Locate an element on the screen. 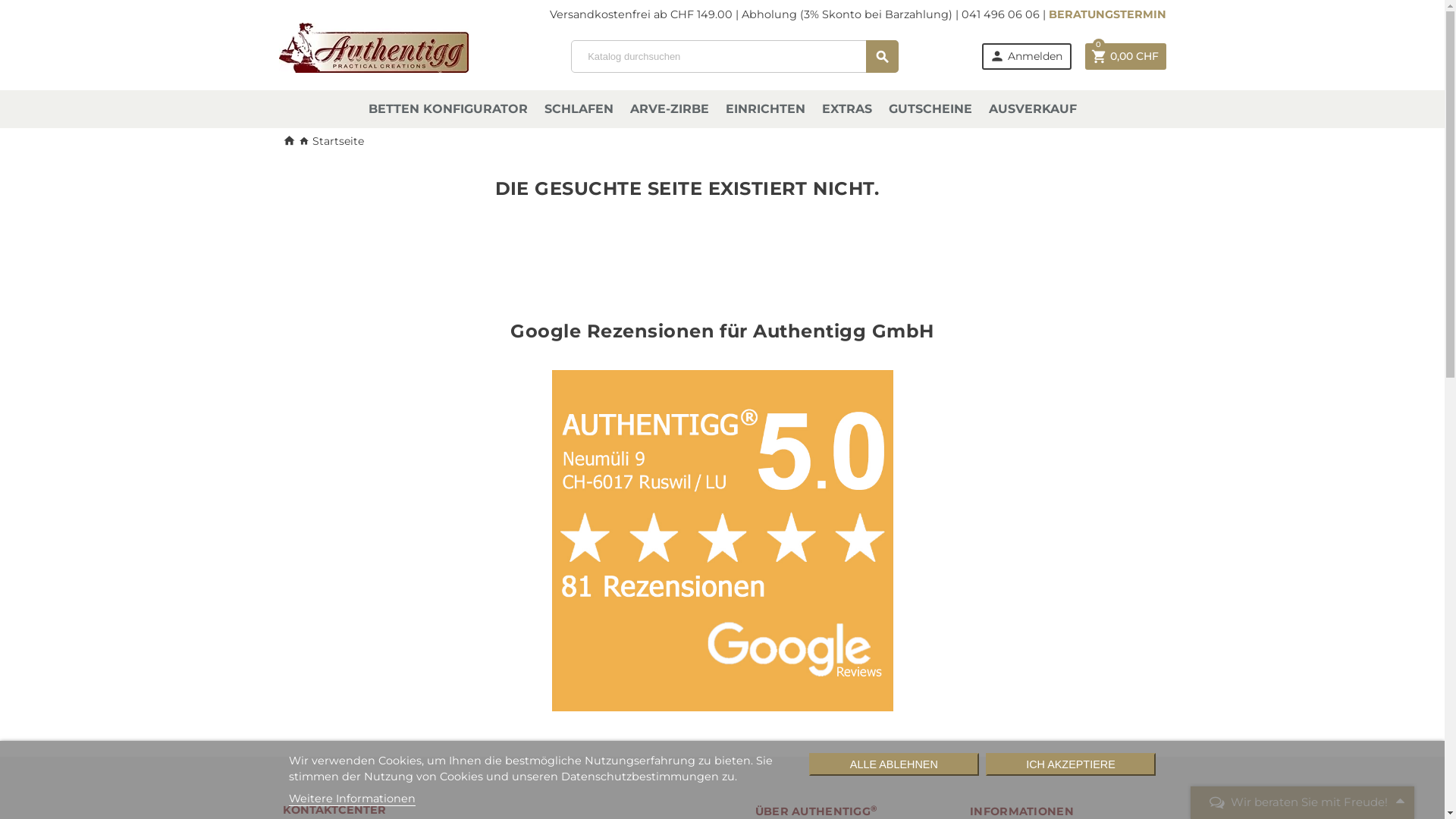 This screenshot has width=1456, height=819. 'BETTEN KONFIGURATOR' is located at coordinates (447, 108).